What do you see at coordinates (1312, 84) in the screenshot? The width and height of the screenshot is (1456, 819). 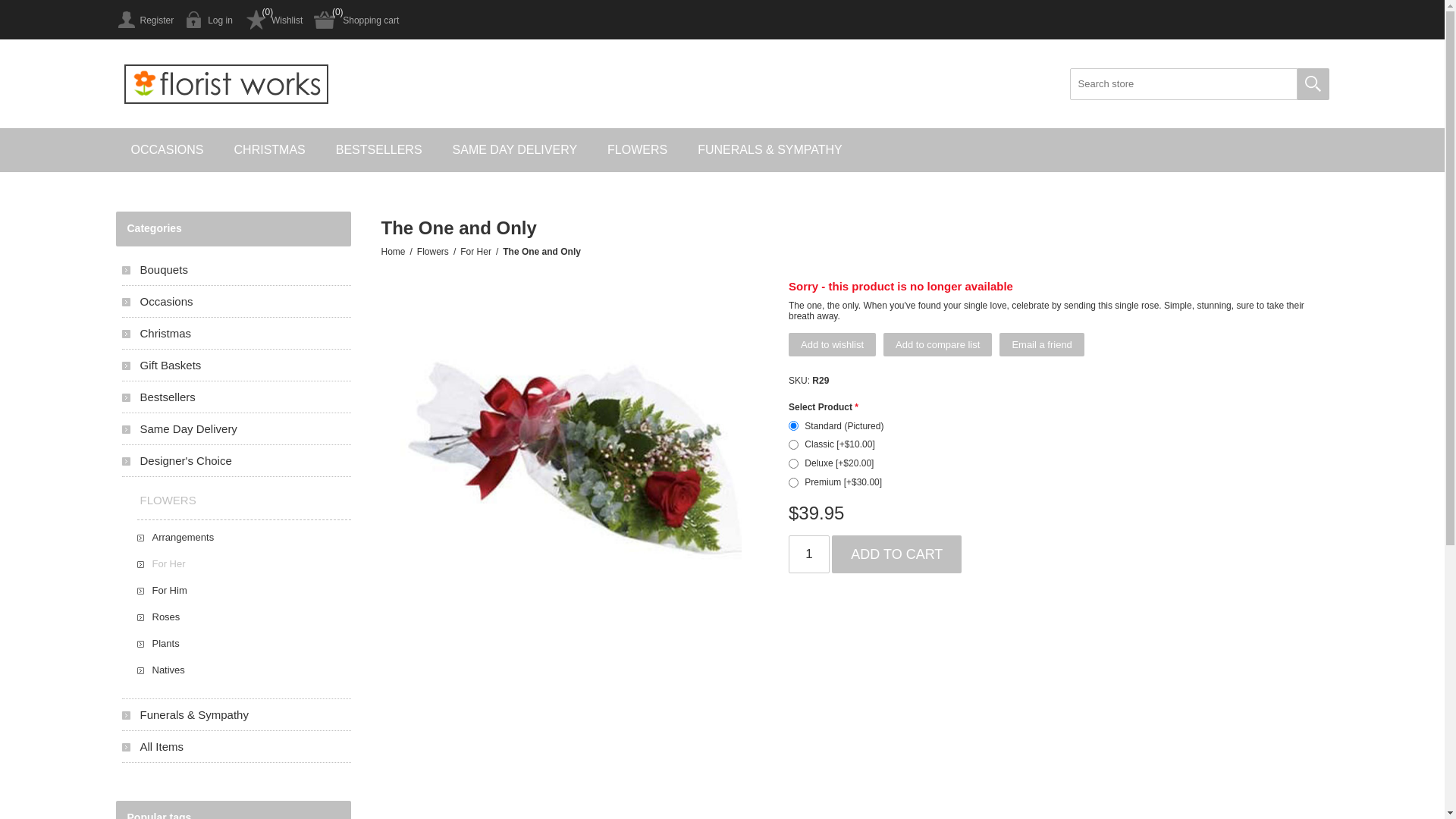 I see `'Search'` at bounding box center [1312, 84].